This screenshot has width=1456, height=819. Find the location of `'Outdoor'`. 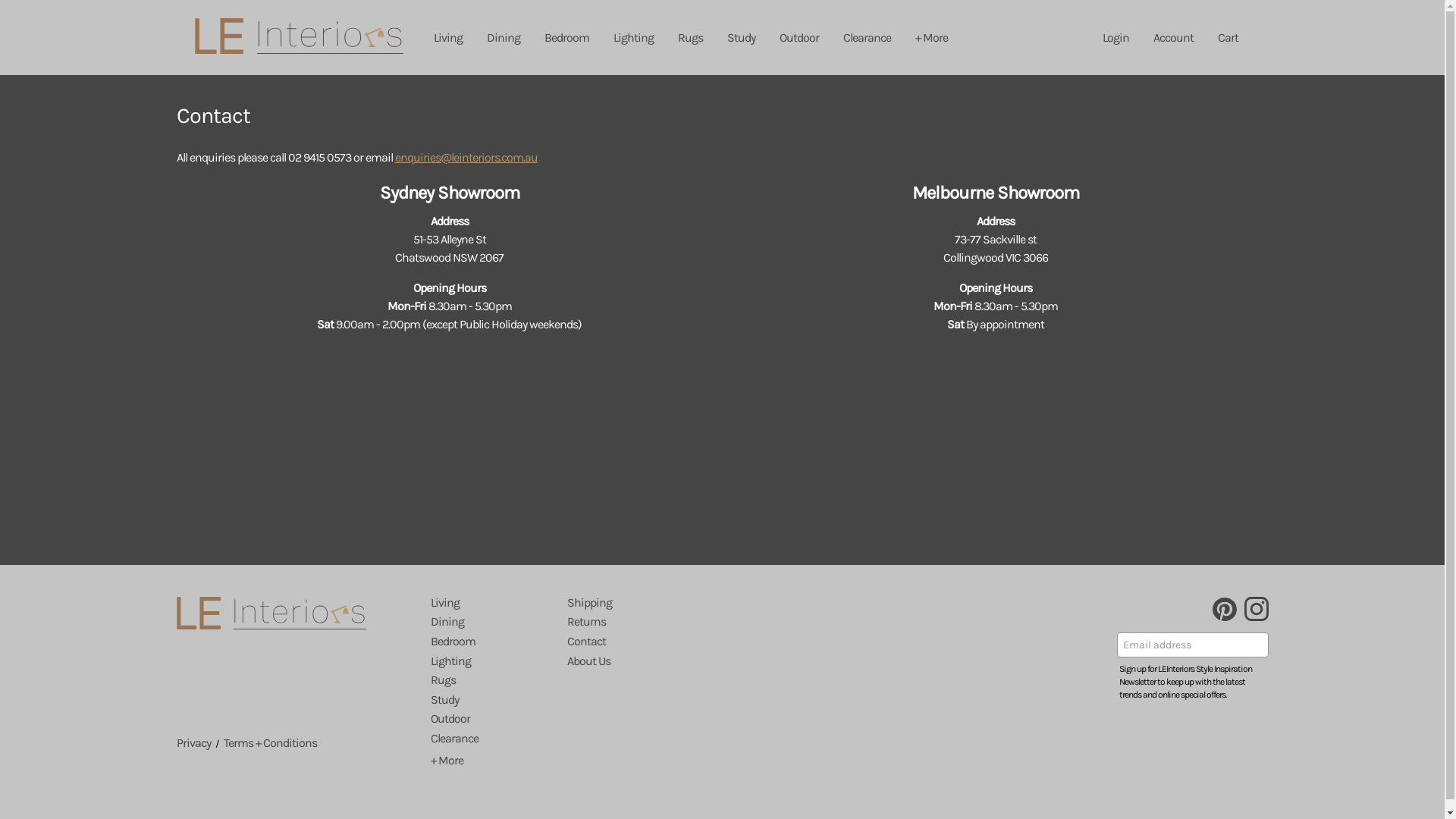

'Outdoor' is located at coordinates (799, 36).